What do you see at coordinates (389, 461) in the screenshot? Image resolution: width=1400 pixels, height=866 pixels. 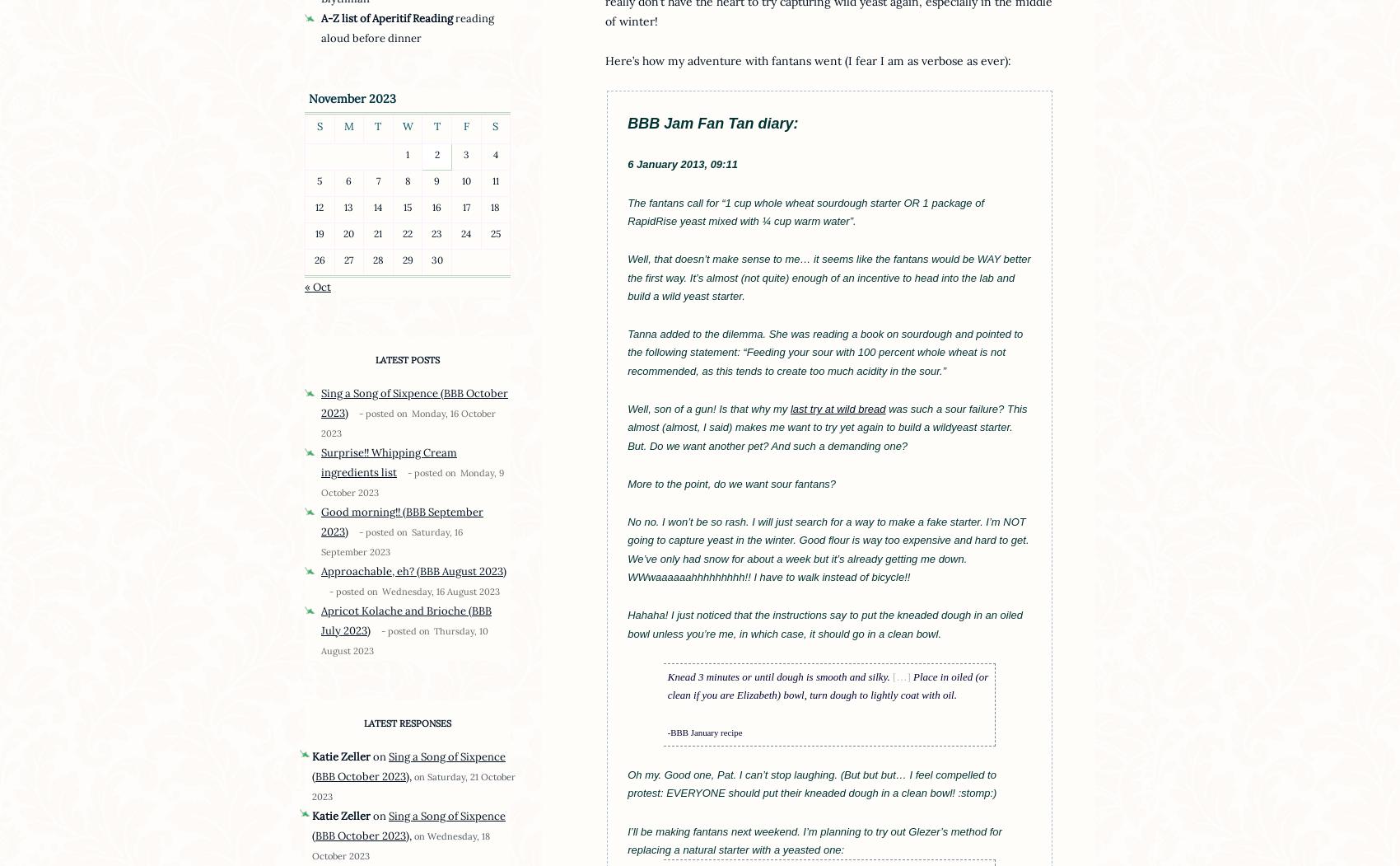 I see `'Surprise!! Whipping Cream ingredients list'` at bounding box center [389, 461].